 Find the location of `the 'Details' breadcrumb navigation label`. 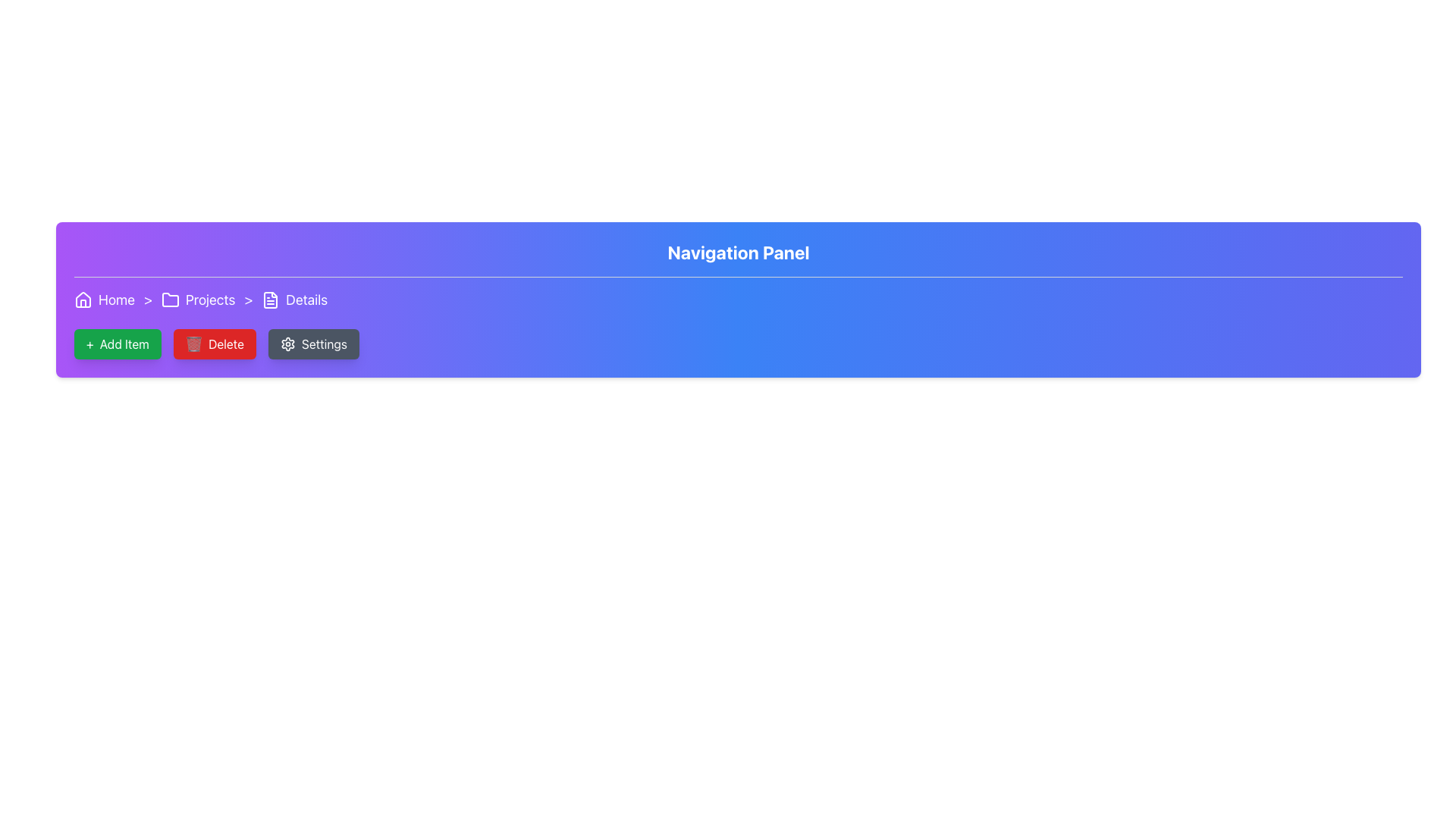

the 'Details' breadcrumb navigation label is located at coordinates (306, 300).